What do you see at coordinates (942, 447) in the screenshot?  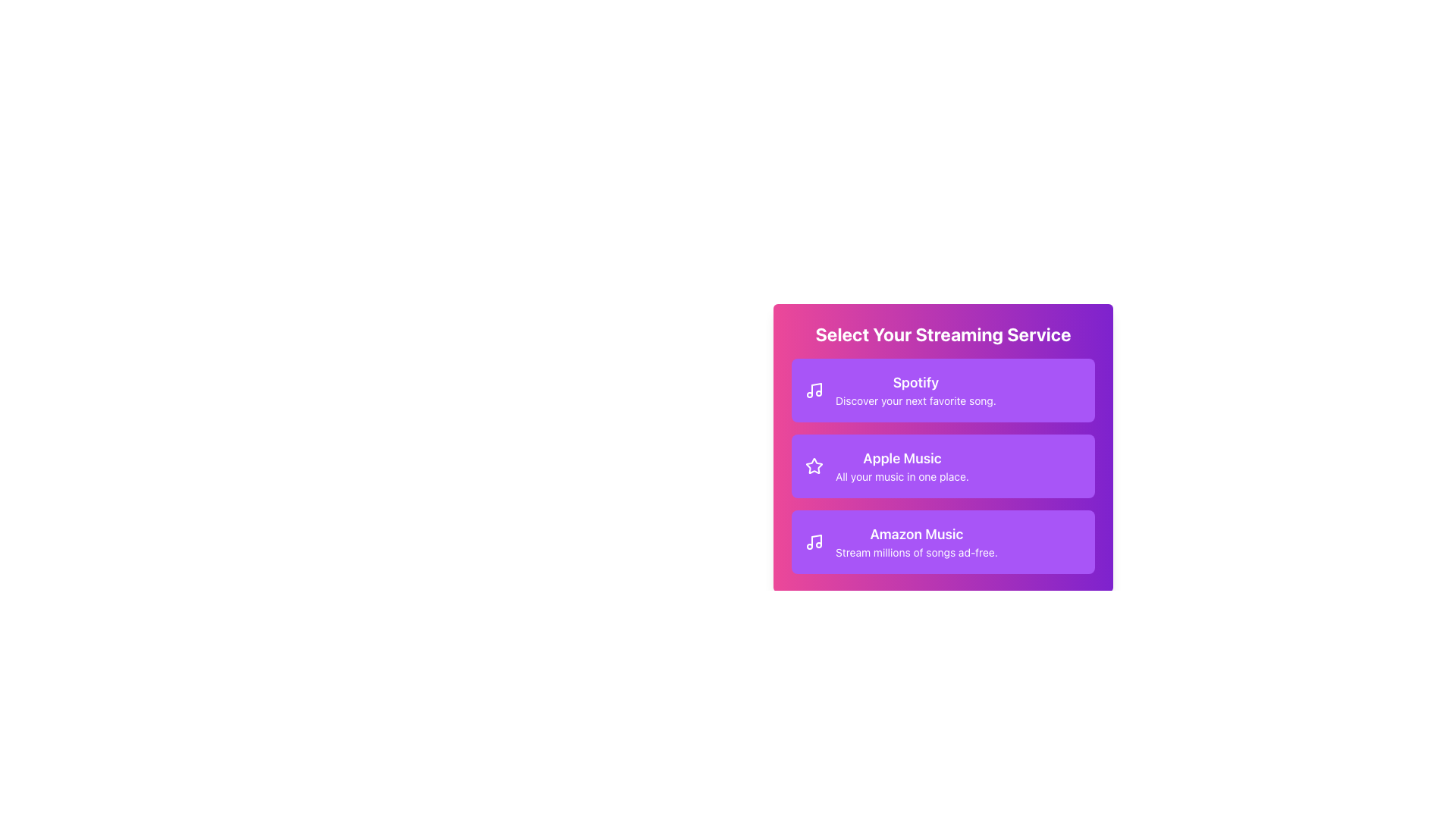 I see `the Interactive Button for selecting the Apple Music streaming service, which is the second option in a vertical stack of three selections` at bounding box center [942, 447].